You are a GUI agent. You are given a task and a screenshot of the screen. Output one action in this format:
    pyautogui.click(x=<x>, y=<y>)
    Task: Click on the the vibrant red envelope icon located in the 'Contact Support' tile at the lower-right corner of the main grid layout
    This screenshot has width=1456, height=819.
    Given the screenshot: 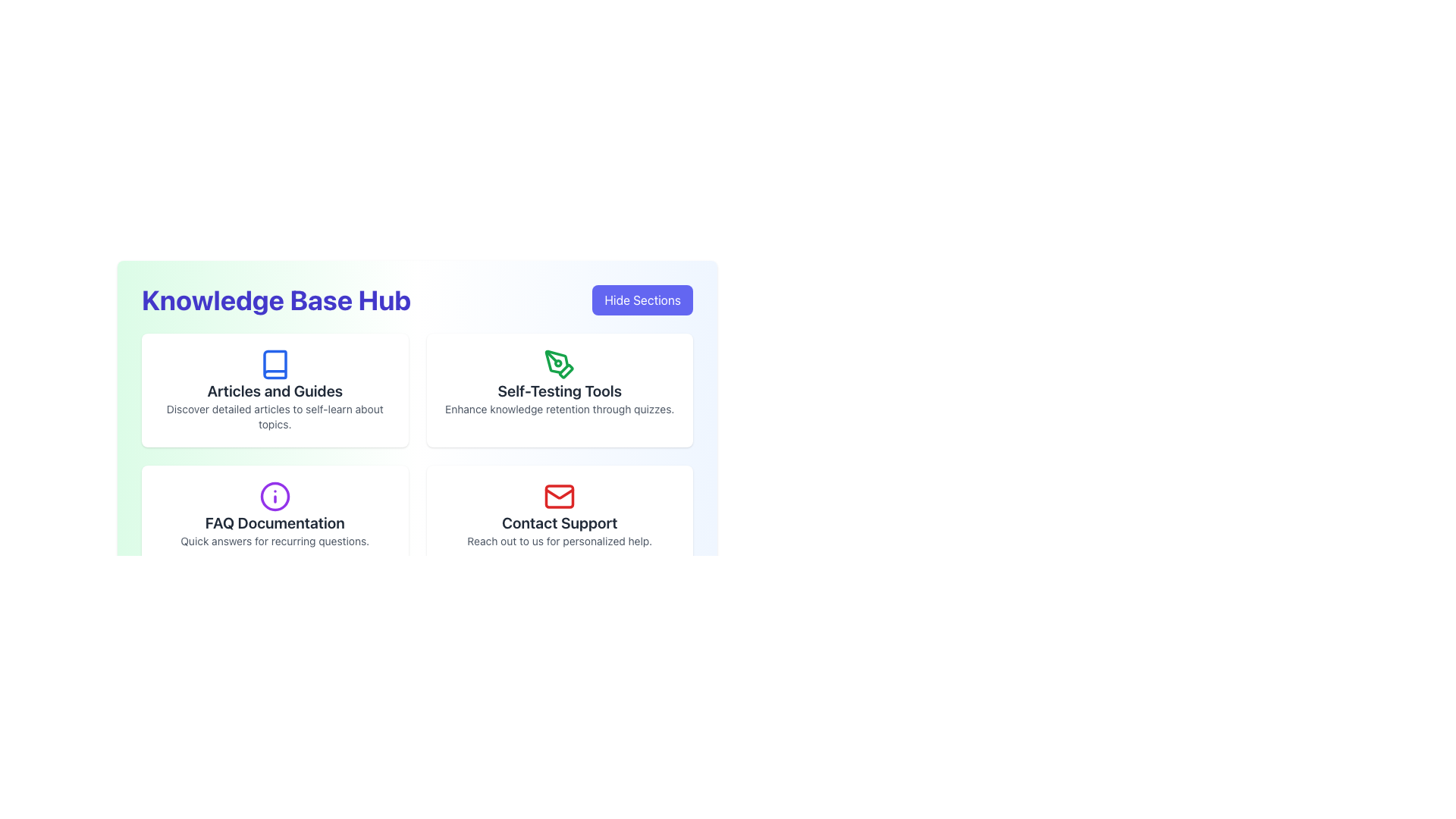 What is the action you would take?
    pyautogui.click(x=559, y=497)
    